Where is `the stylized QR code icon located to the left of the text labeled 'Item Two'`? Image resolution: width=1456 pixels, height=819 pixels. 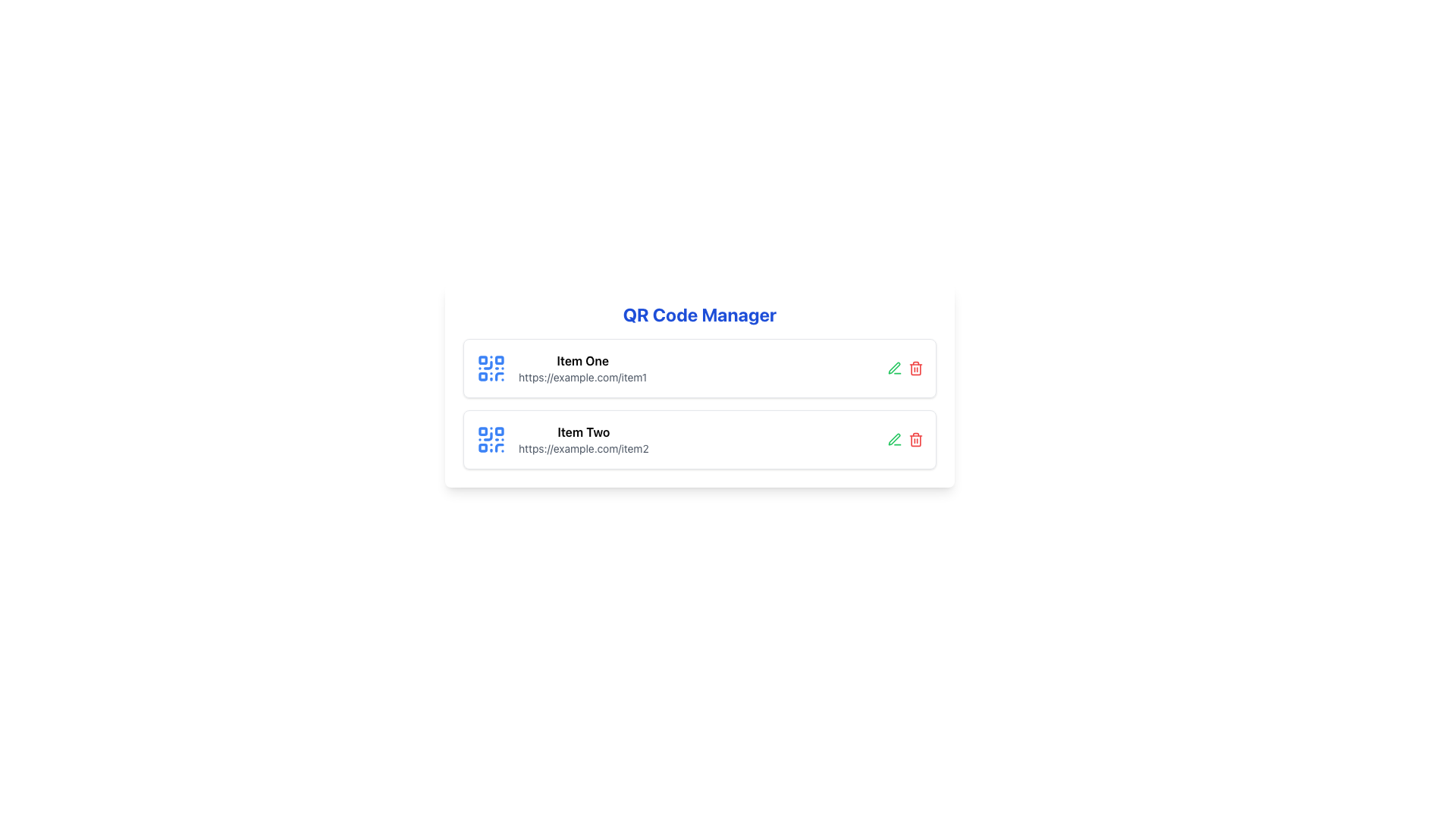 the stylized QR code icon located to the left of the text labeled 'Item Two' is located at coordinates (491, 439).